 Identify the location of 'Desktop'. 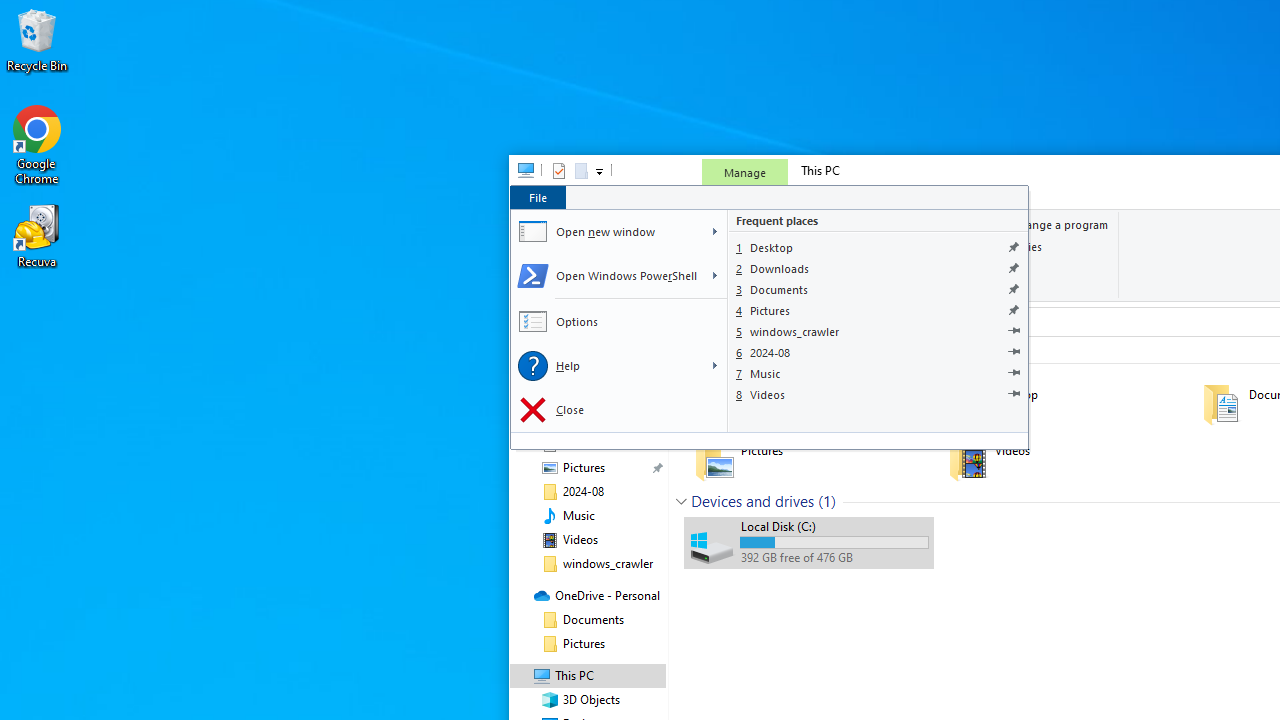
(878, 246).